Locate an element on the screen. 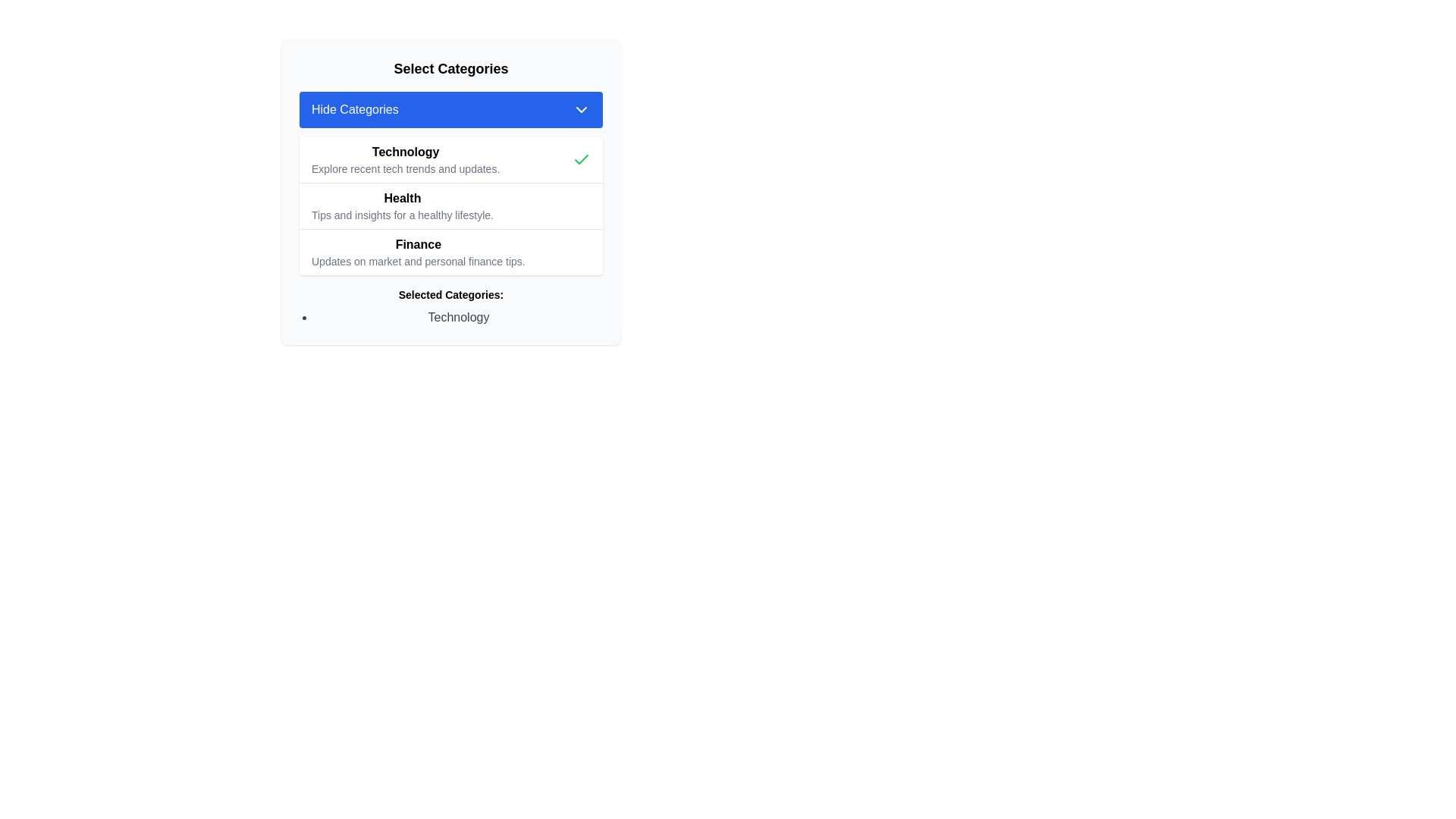  the 'Health' informational text element, which is the second item in the vertical list of categories is located at coordinates (402, 206).